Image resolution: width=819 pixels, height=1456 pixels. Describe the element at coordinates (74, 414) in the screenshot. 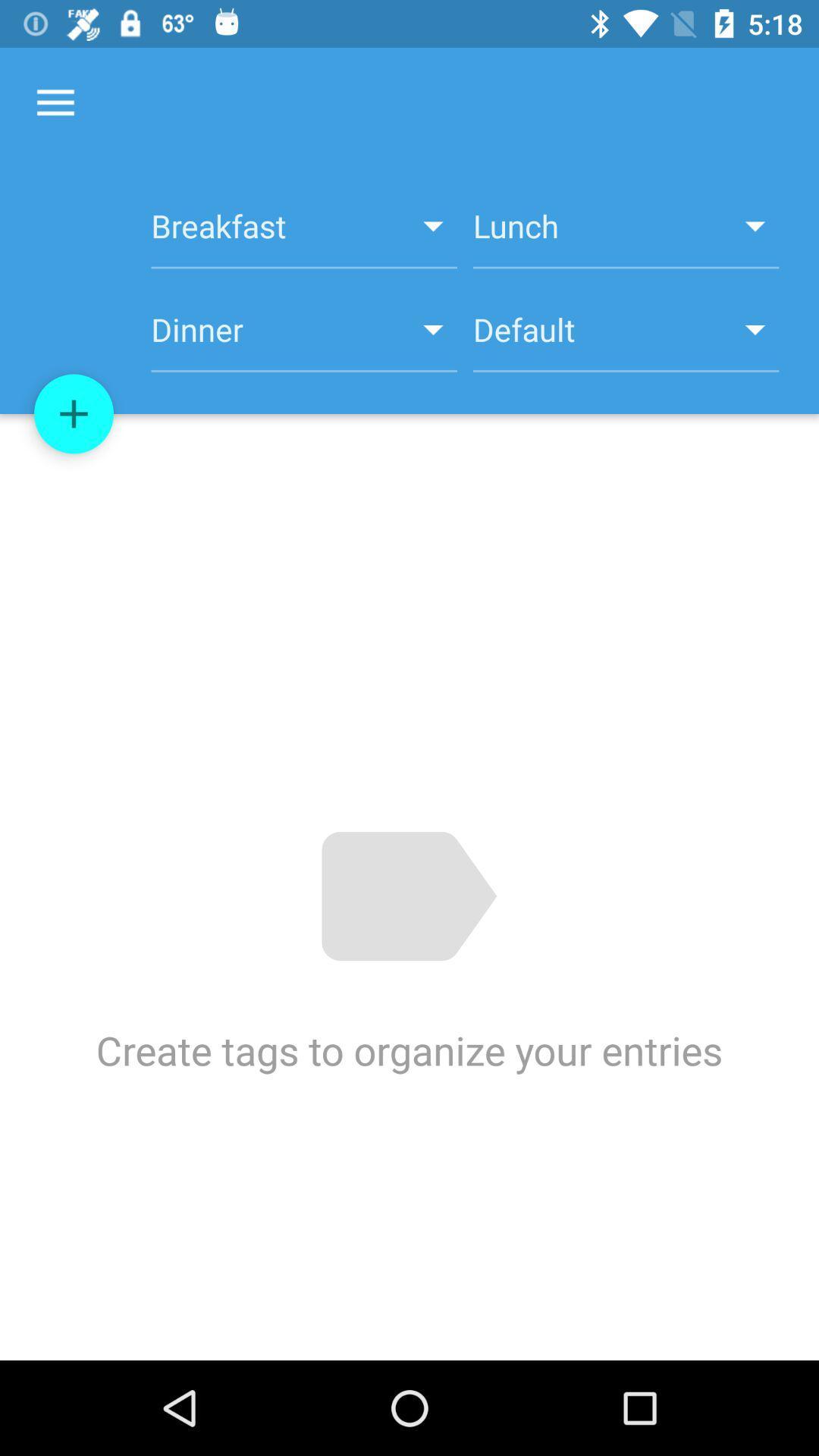

I see `entry` at that location.